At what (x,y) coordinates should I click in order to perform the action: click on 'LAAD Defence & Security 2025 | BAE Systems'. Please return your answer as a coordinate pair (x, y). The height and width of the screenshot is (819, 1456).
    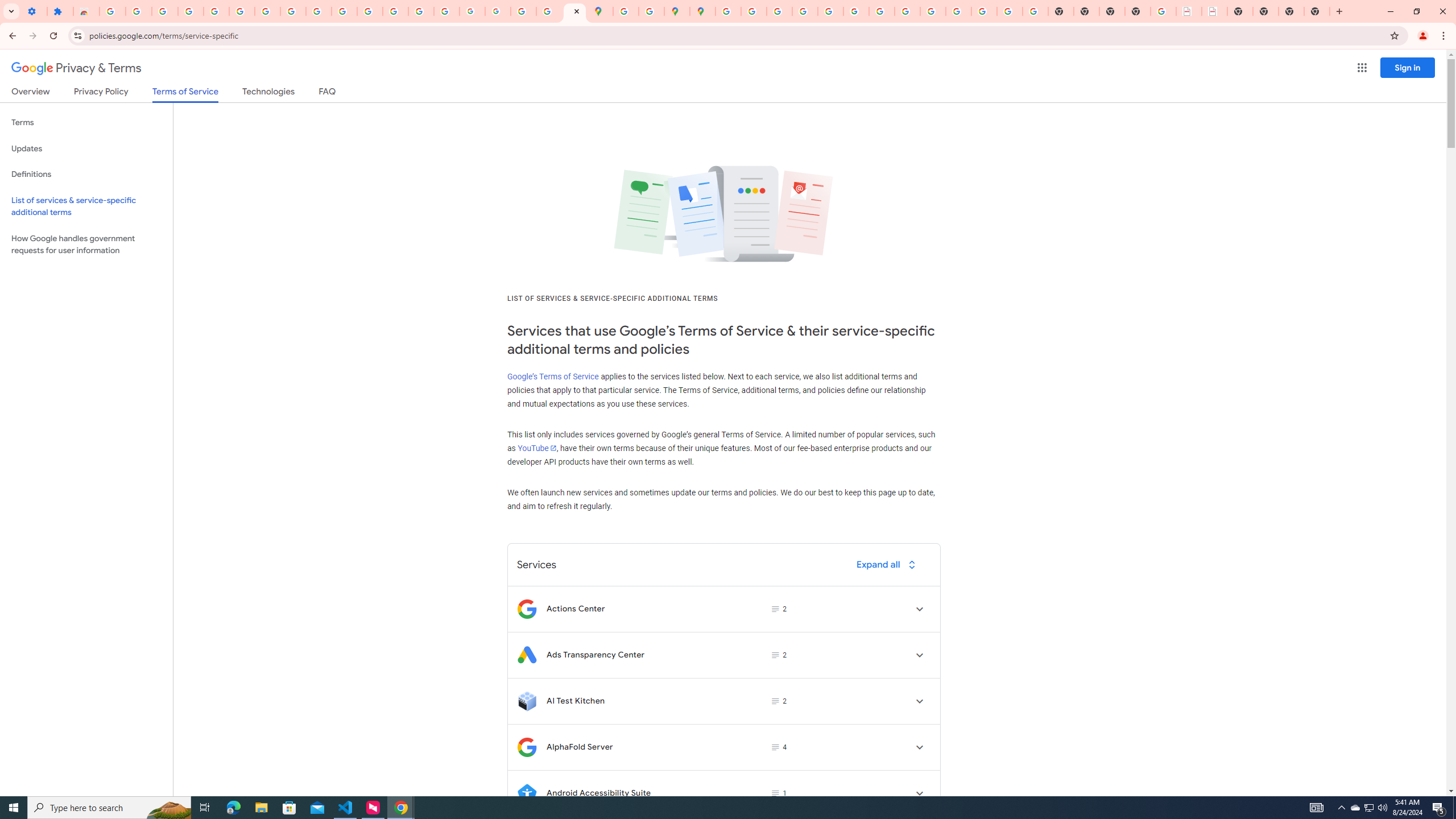
    Looking at the image, I should click on (1189, 11).